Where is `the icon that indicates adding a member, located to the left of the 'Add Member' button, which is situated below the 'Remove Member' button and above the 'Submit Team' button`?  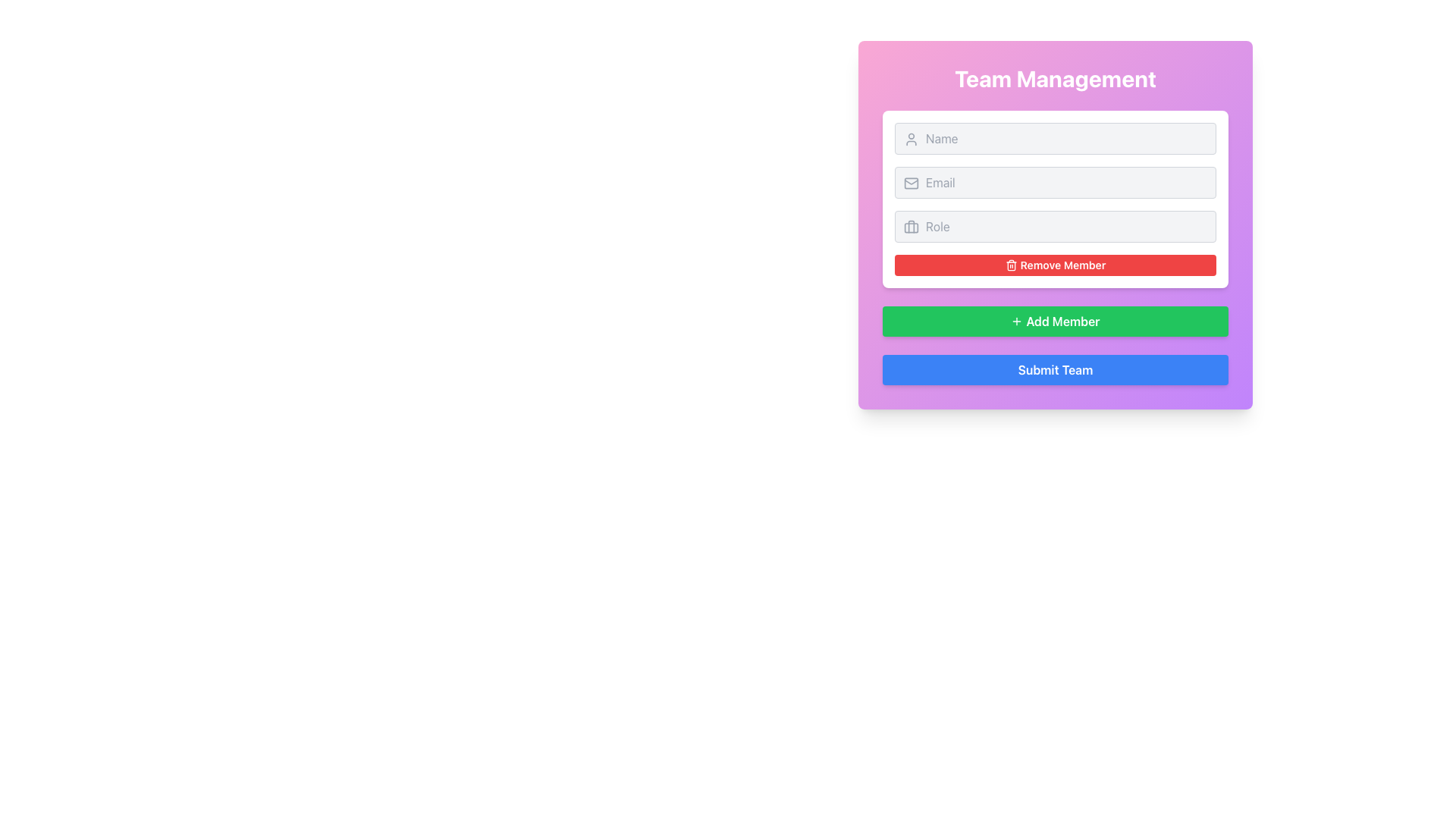 the icon that indicates adding a member, located to the left of the 'Add Member' button, which is situated below the 'Remove Member' button and above the 'Submit Team' button is located at coordinates (1017, 321).